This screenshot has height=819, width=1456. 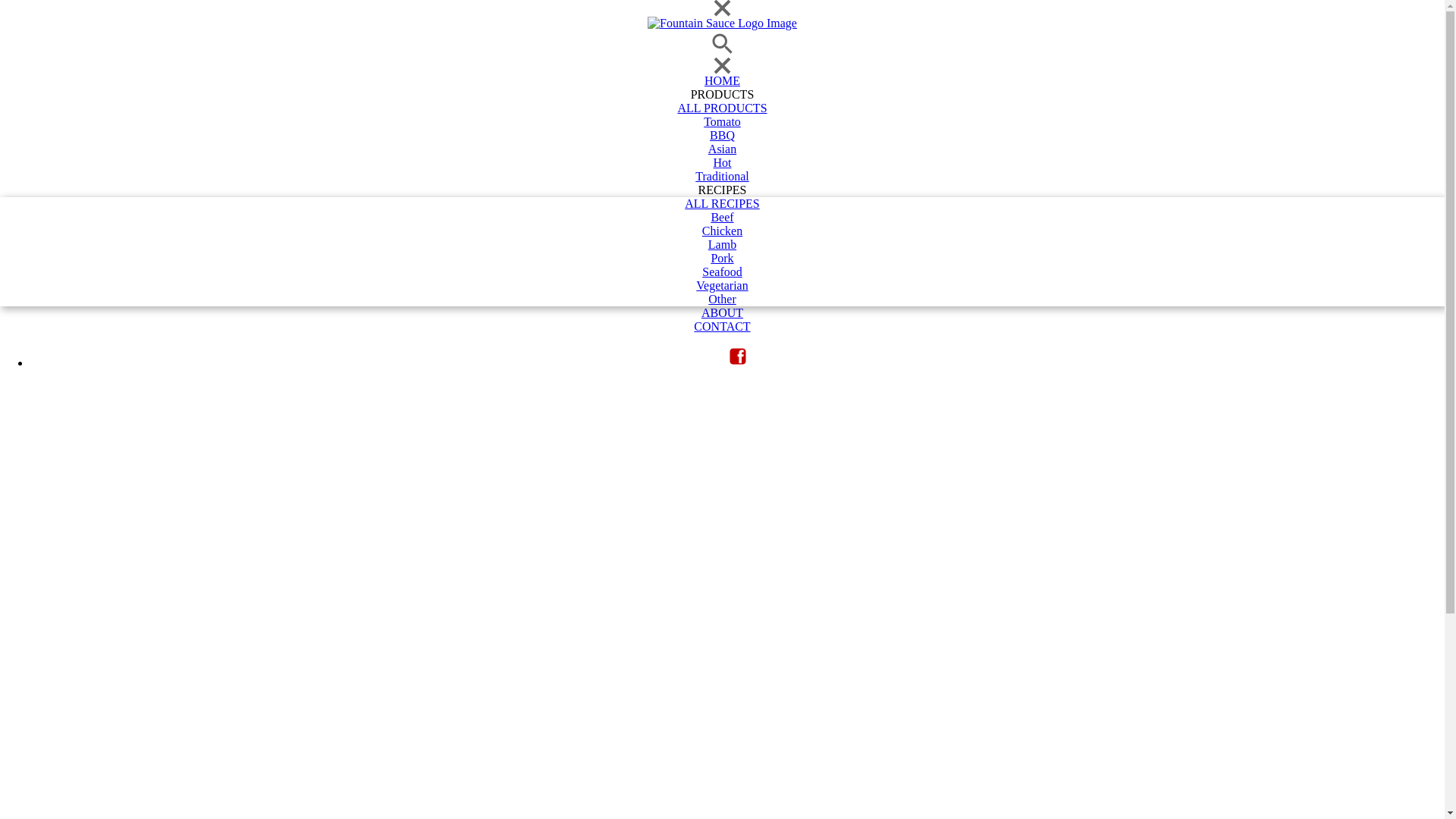 I want to click on 'PRODUCTS', so click(x=721, y=94).